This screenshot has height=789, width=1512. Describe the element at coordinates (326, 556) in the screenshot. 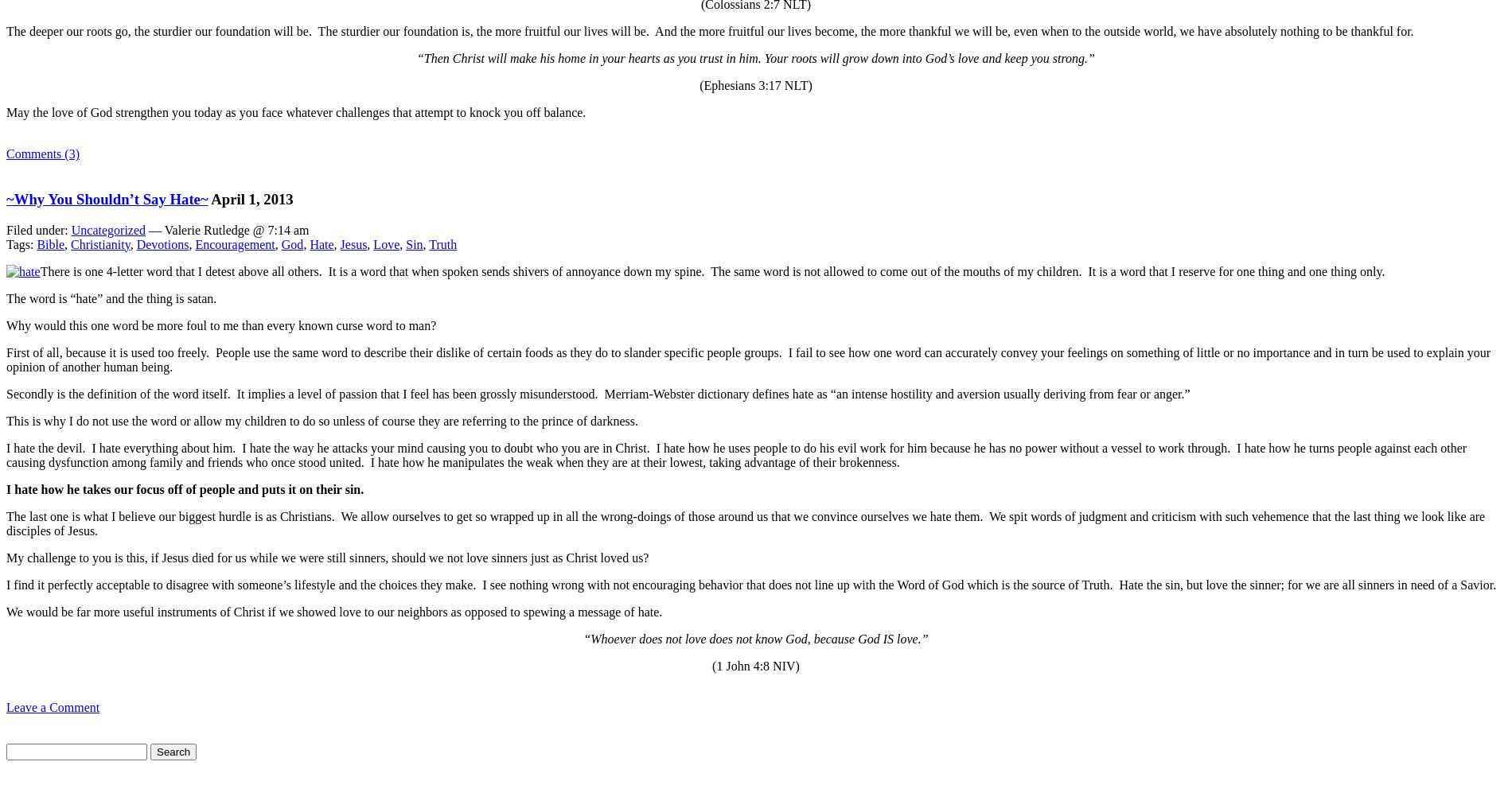

I see `'My challenge to you is this, if Jesus died for us while we were still sinners, should we not love sinners just as Christ loved us?'` at that location.